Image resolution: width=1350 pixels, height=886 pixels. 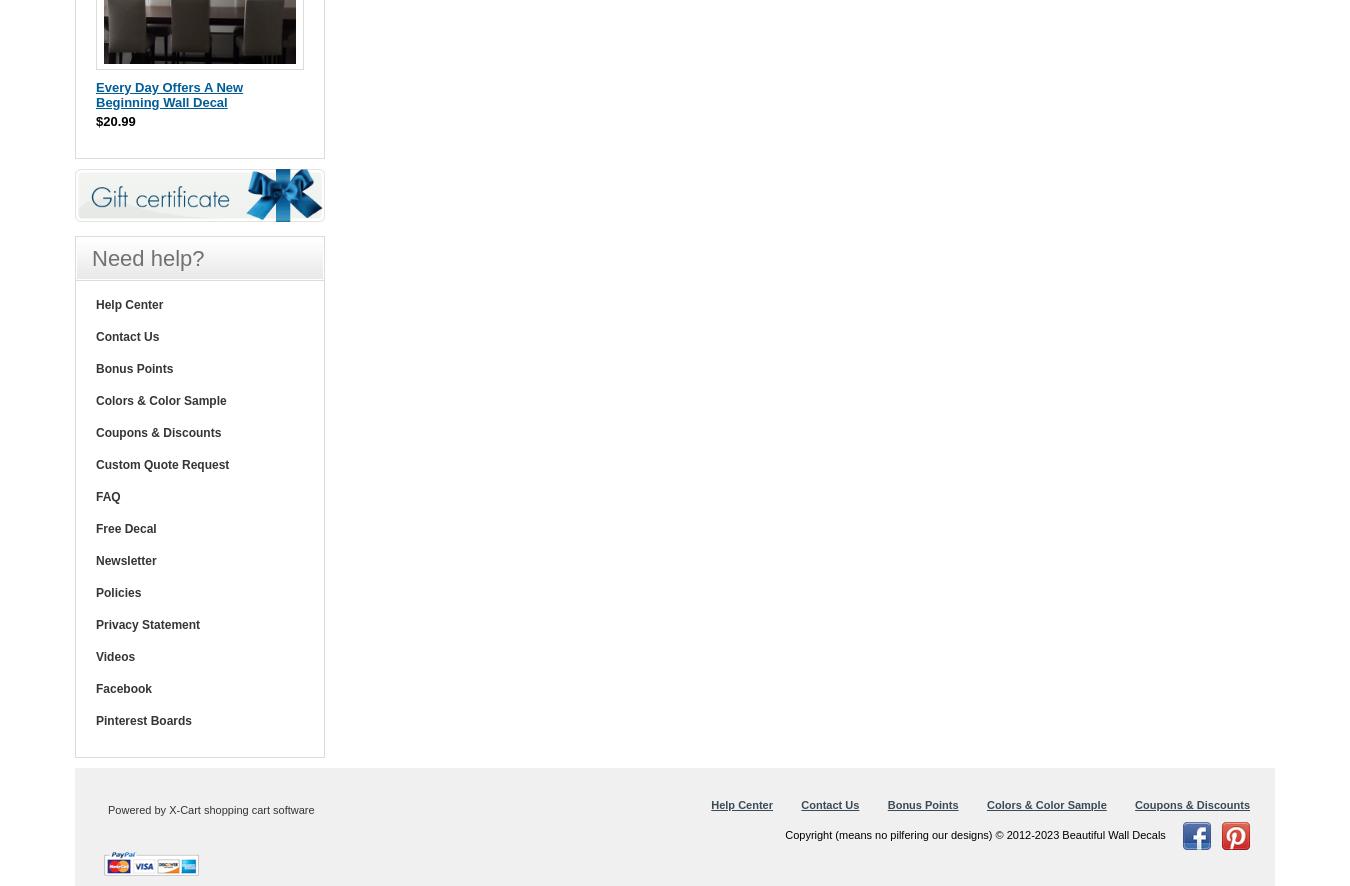 I want to click on 'FAQ', so click(x=94, y=494).